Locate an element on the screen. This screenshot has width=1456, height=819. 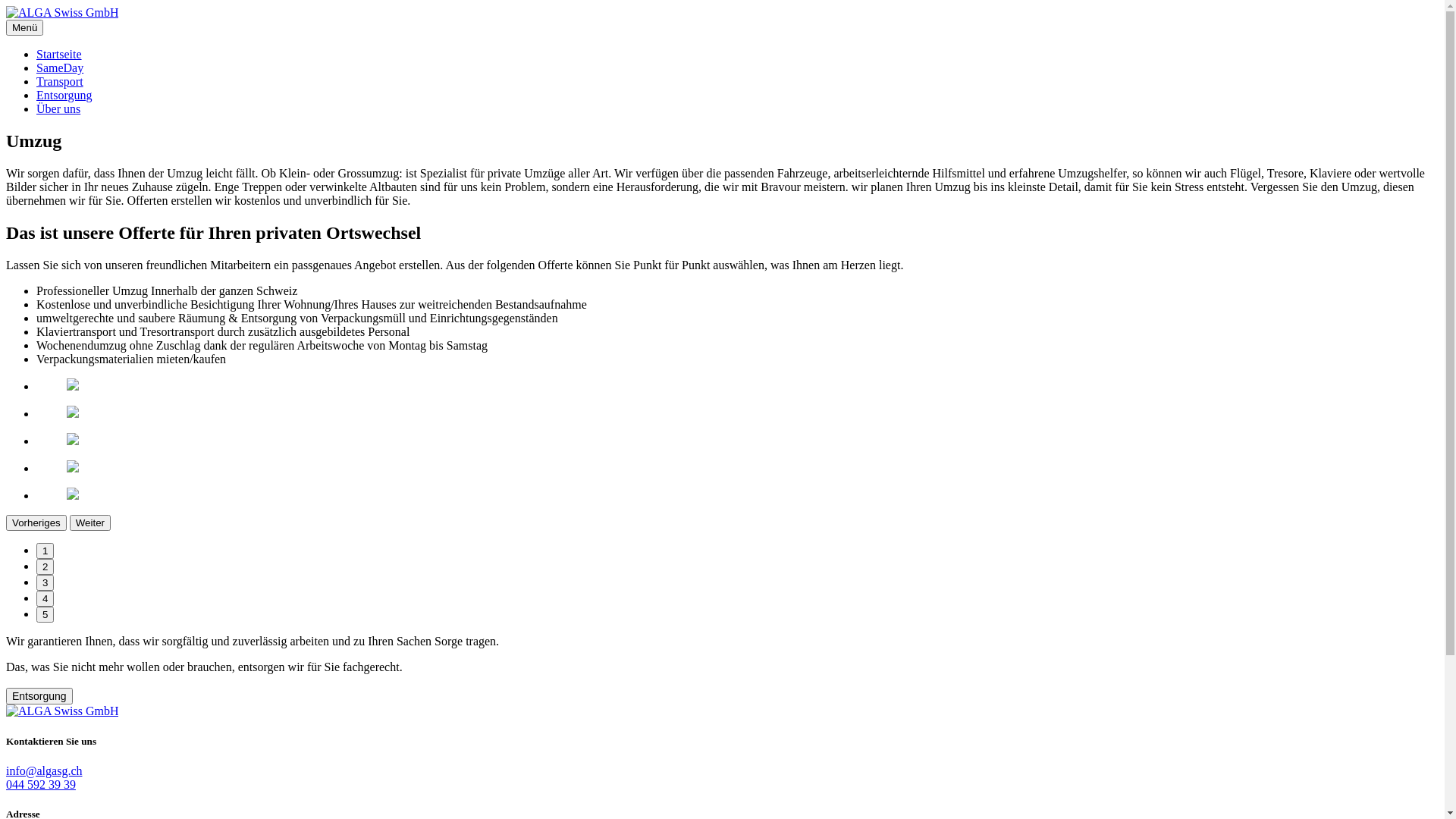
'Weiter' is located at coordinates (89, 522).